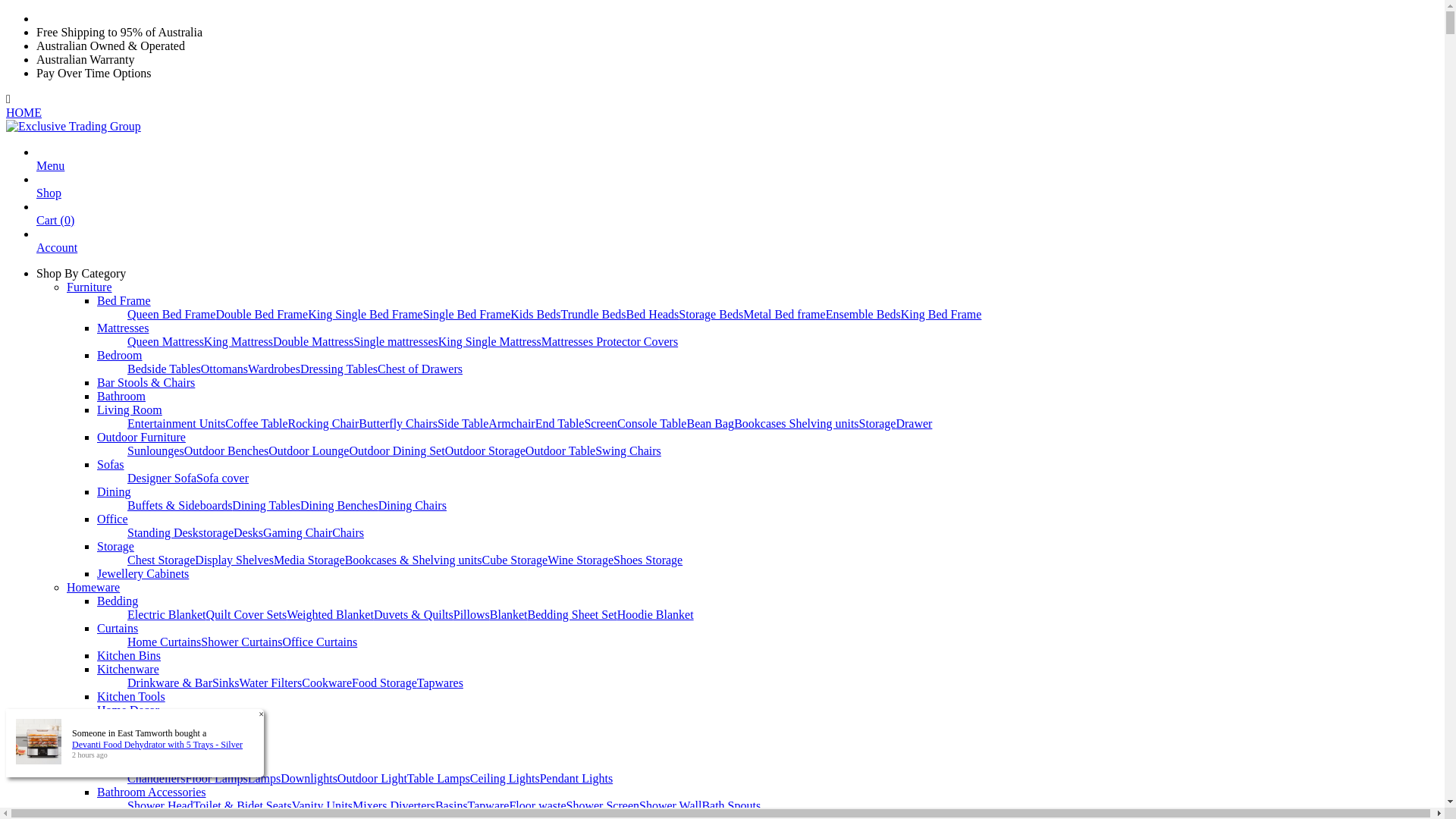 The image size is (1456, 819). I want to click on 'Drinkware & Bar', so click(170, 682).